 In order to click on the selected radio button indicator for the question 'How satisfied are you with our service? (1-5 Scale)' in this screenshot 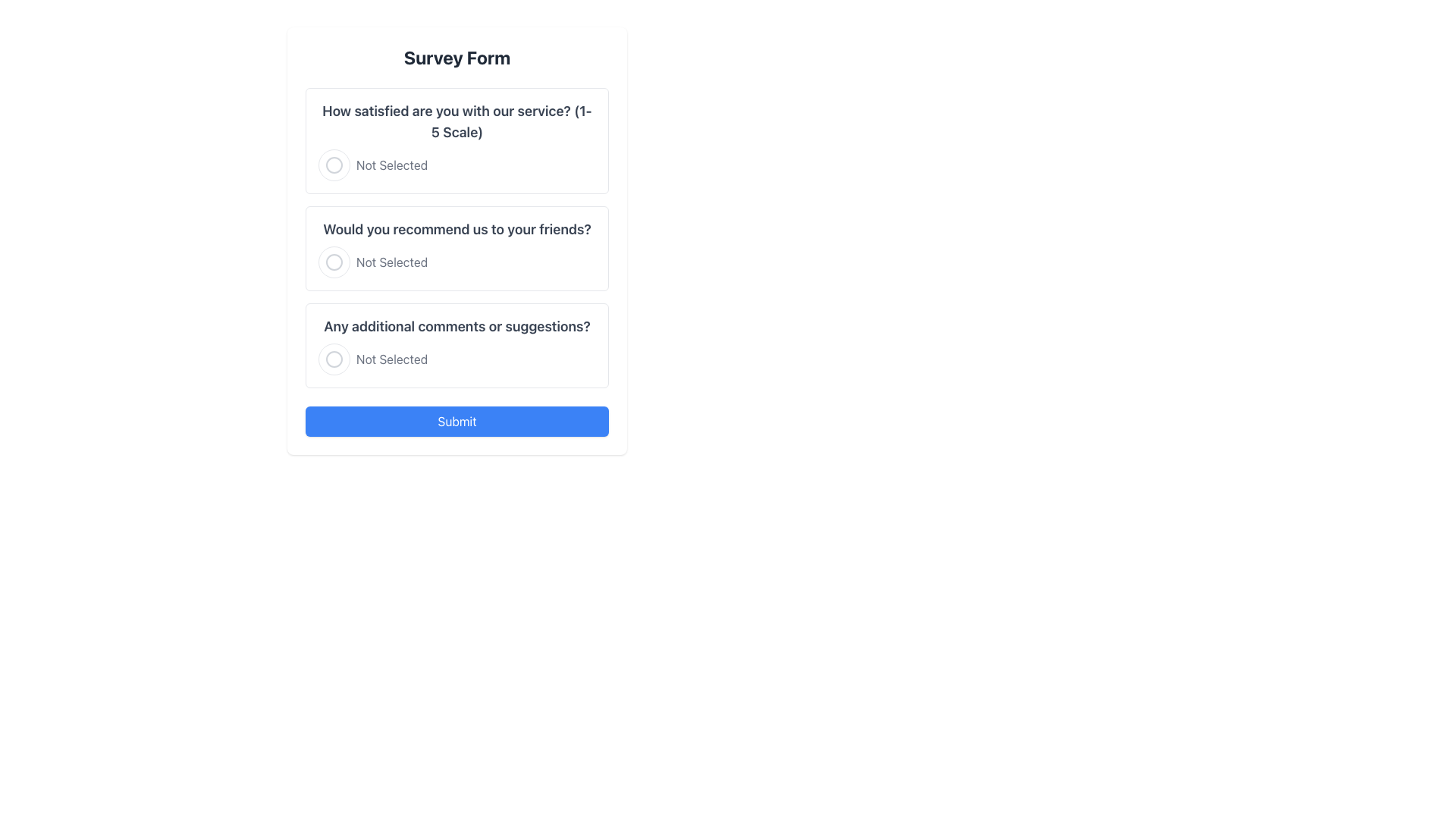, I will do `click(334, 165)`.